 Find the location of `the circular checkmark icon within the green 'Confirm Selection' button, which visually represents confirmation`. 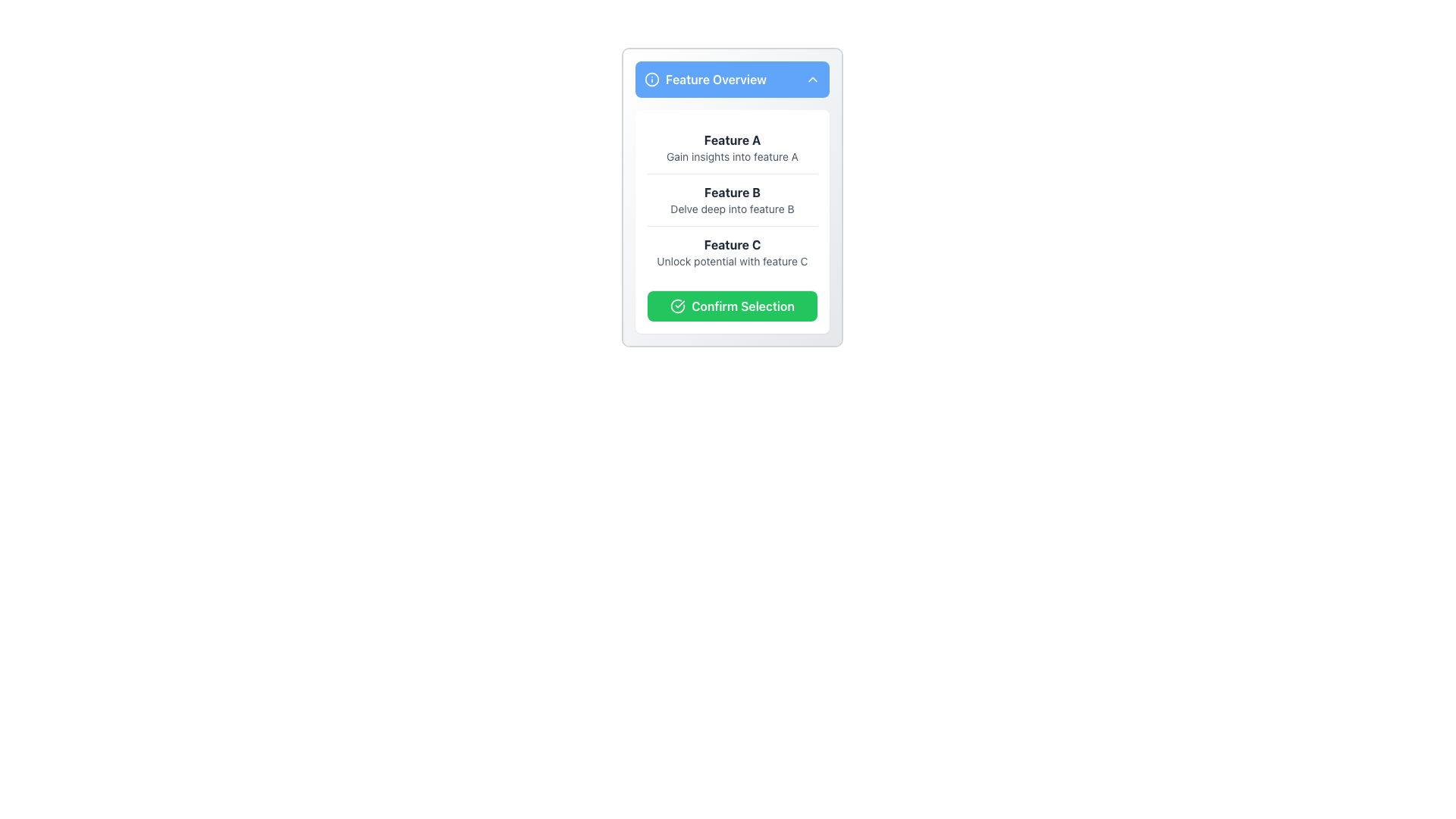

the circular checkmark icon within the green 'Confirm Selection' button, which visually represents confirmation is located at coordinates (677, 306).